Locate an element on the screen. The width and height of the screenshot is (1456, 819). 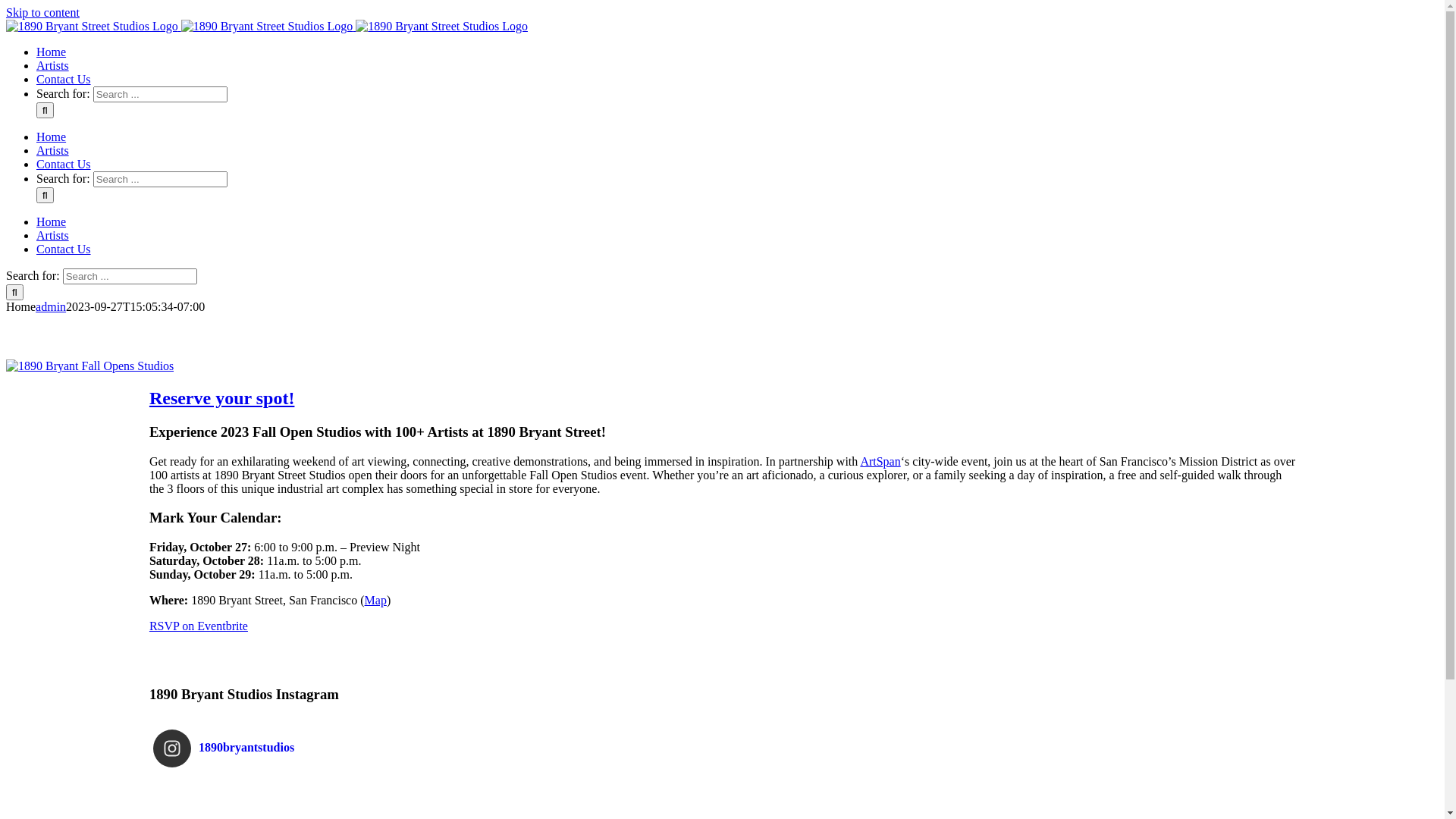
'1890bryantstudios' is located at coordinates (725, 748).